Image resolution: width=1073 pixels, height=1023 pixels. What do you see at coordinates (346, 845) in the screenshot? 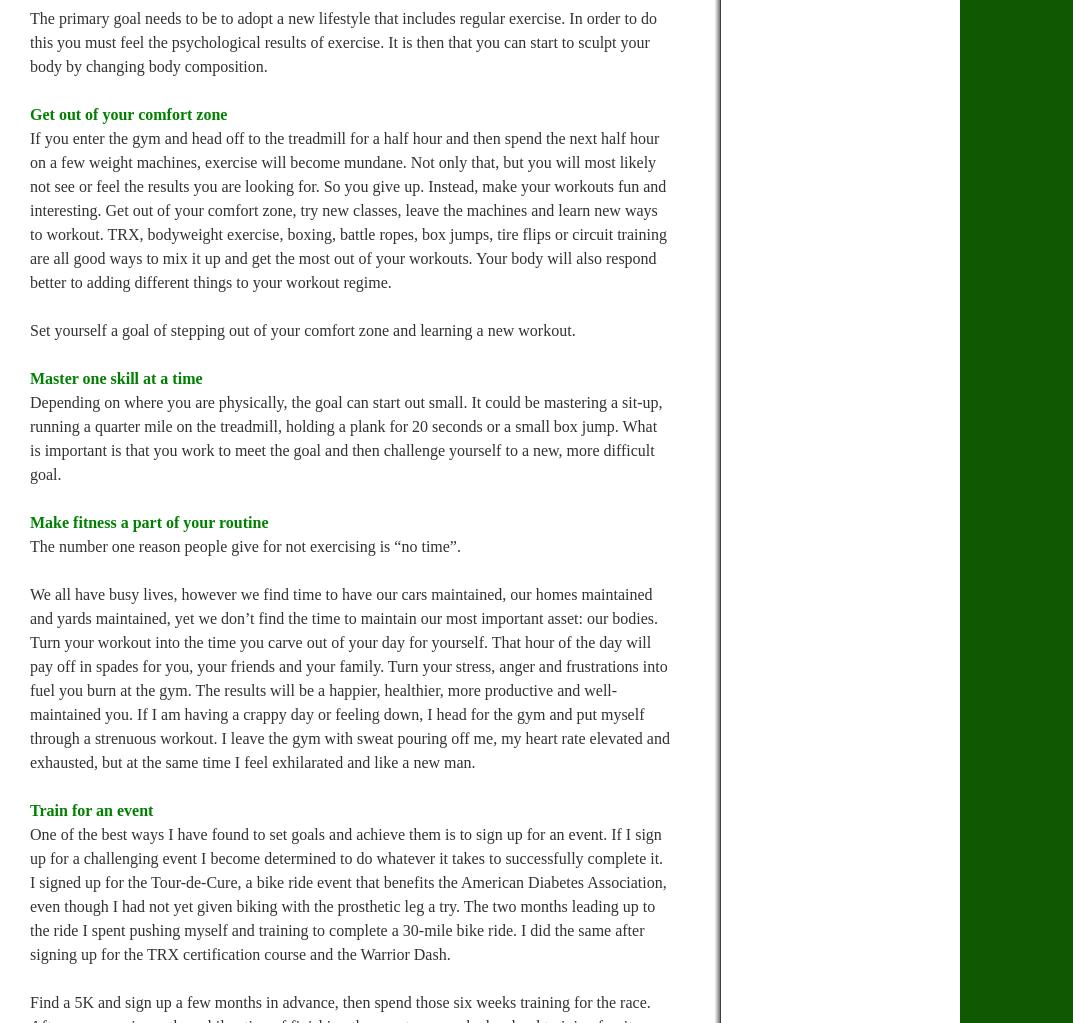
I see `'One of the best ways I have found to set goals and achieve them is to sign up for an event. If I sign up for a challenging event I become determined to do whatever it takes to successfully complete it.'` at bounding box center [346, 845].